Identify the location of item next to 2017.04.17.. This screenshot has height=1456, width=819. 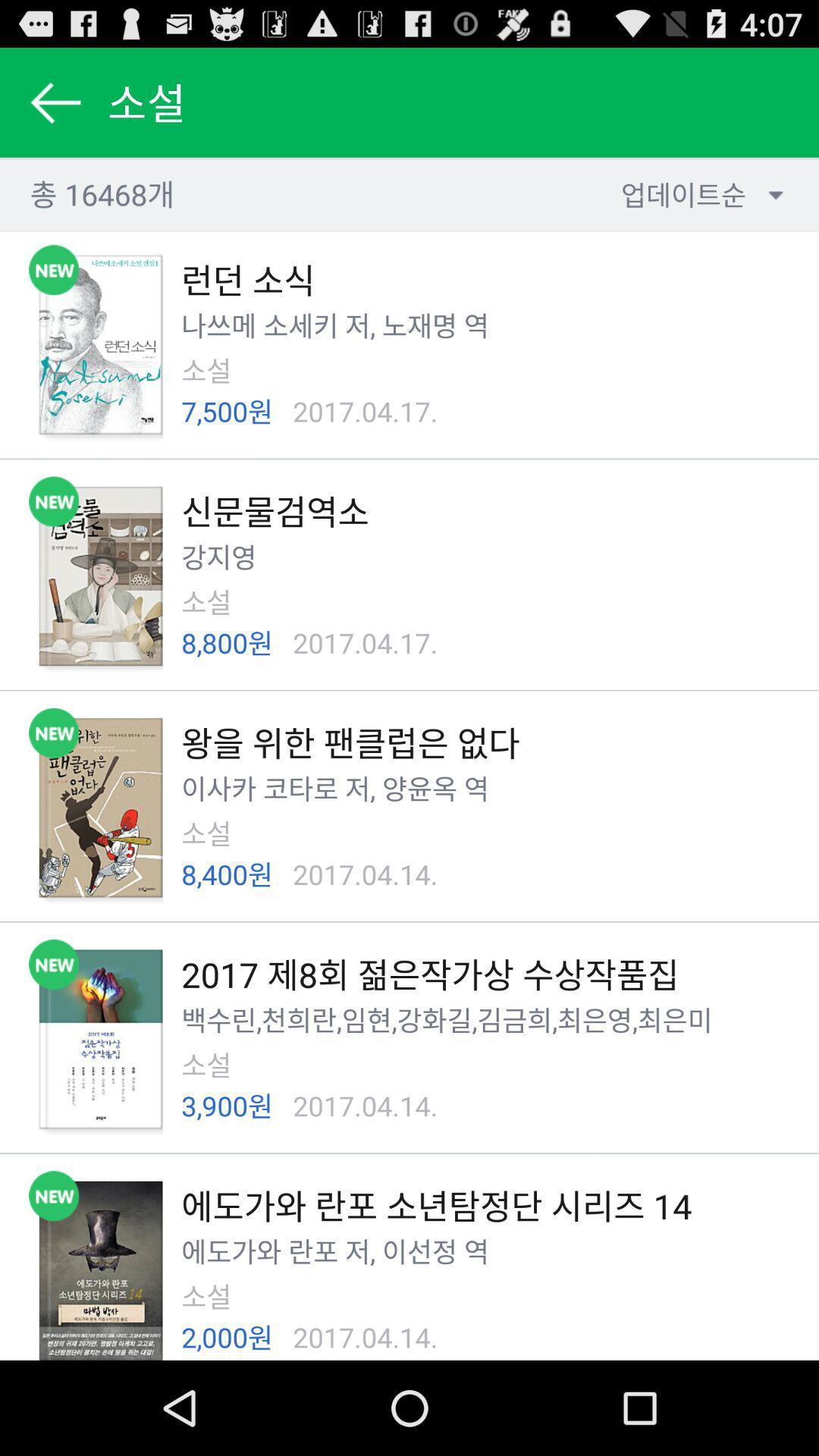
(227, 411).